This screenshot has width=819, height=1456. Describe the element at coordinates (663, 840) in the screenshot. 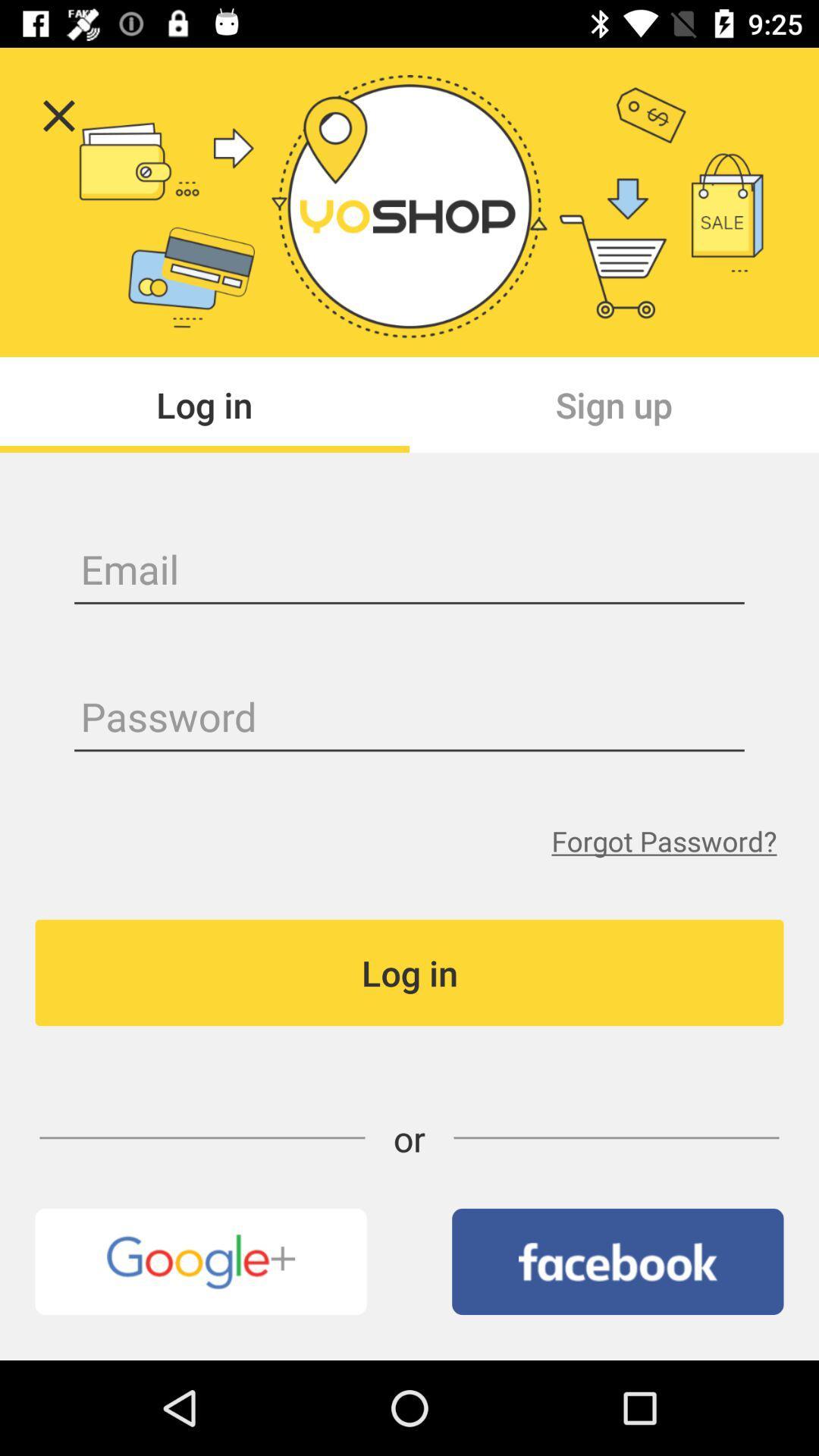

I see `forgot password?` at that location.